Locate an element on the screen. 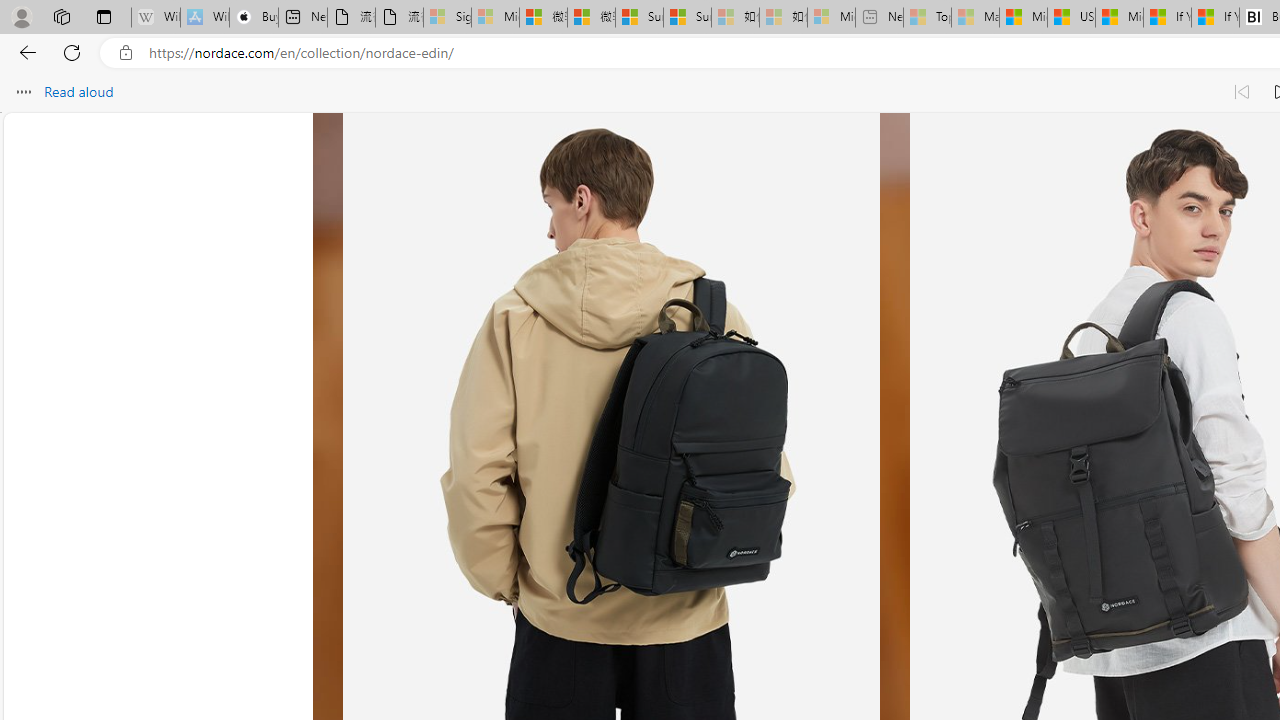 Image resolution: width=1280 pixels, height=720 pixels. 'Buy iPad - Apple' is located at coordinates (253, 17).